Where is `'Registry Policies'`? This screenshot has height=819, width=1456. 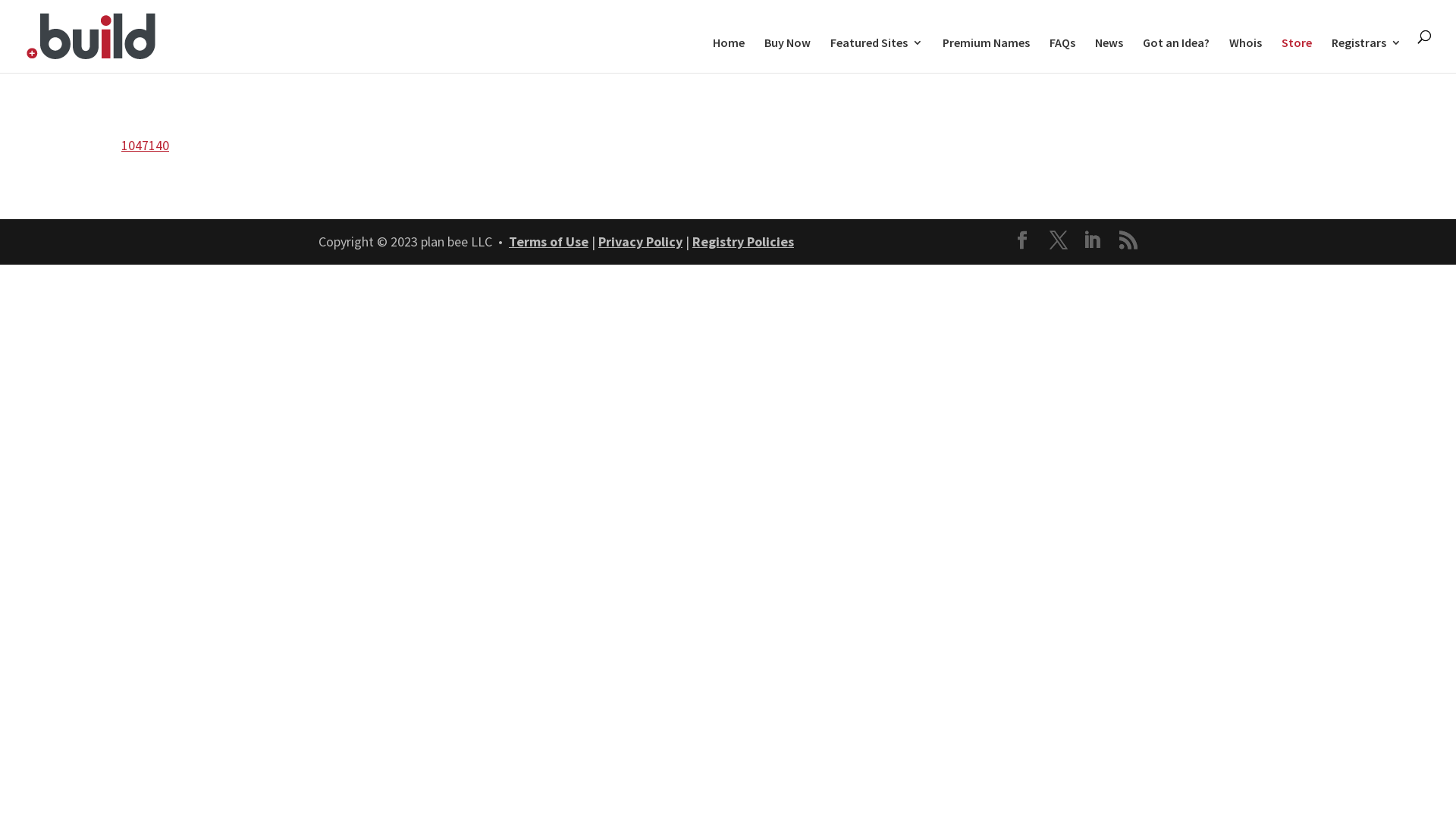
'Registry Policies' is located at coordinates (691, 240).